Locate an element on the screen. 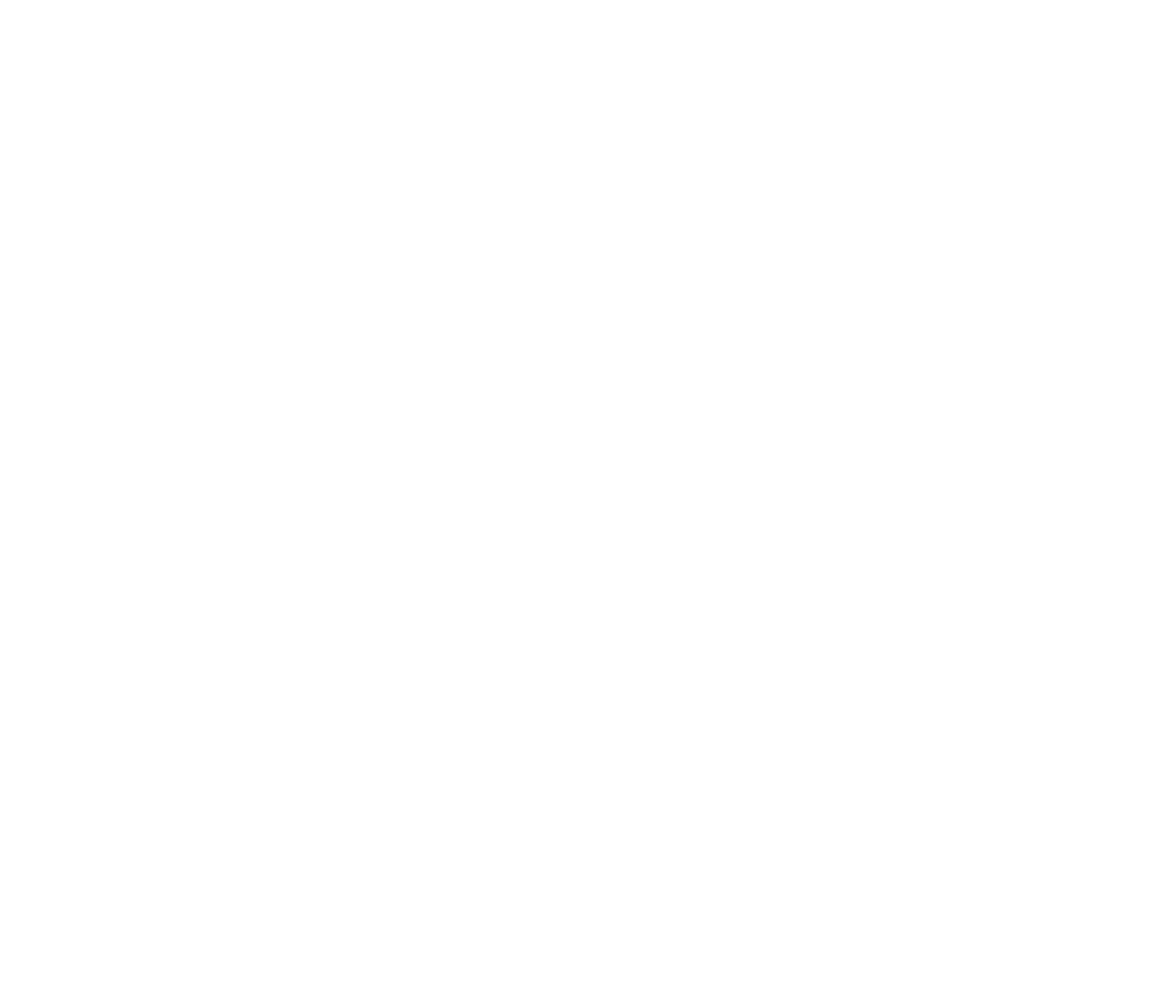 The height and width of the screenshot is (982, 1150). 'Future Publishing Limited Quay House, The Ambury, Bath BA1 1UA. All rights reserved. England and Wales company registration number 2008885.' is located at coordinates (353, 833).